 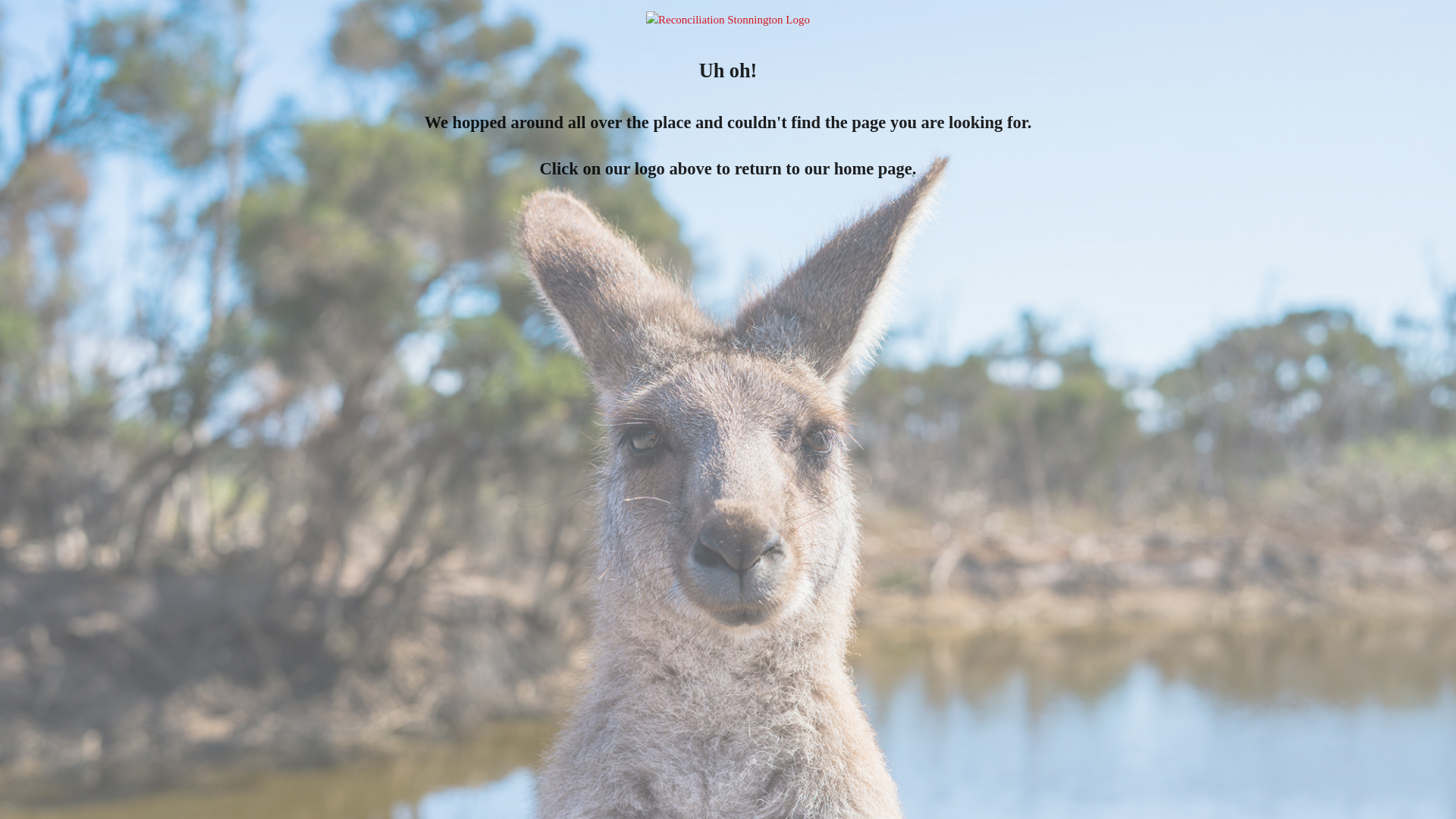 I want to click on 'Reconciliation Stonnington', so click(x=728, y=20).